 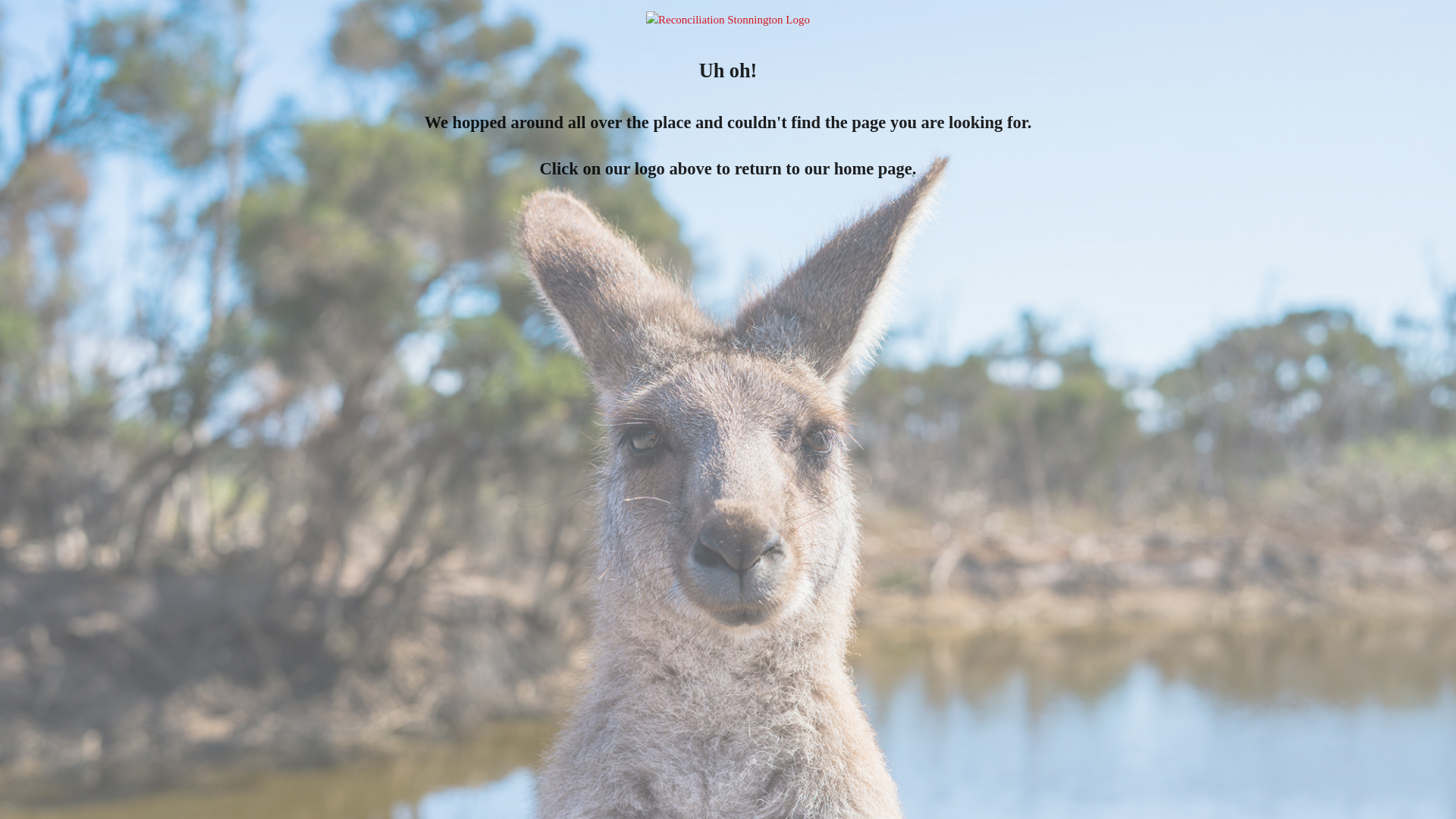 I want to click on 'Reconciliation Stonnington', so click(x=728, y=20).